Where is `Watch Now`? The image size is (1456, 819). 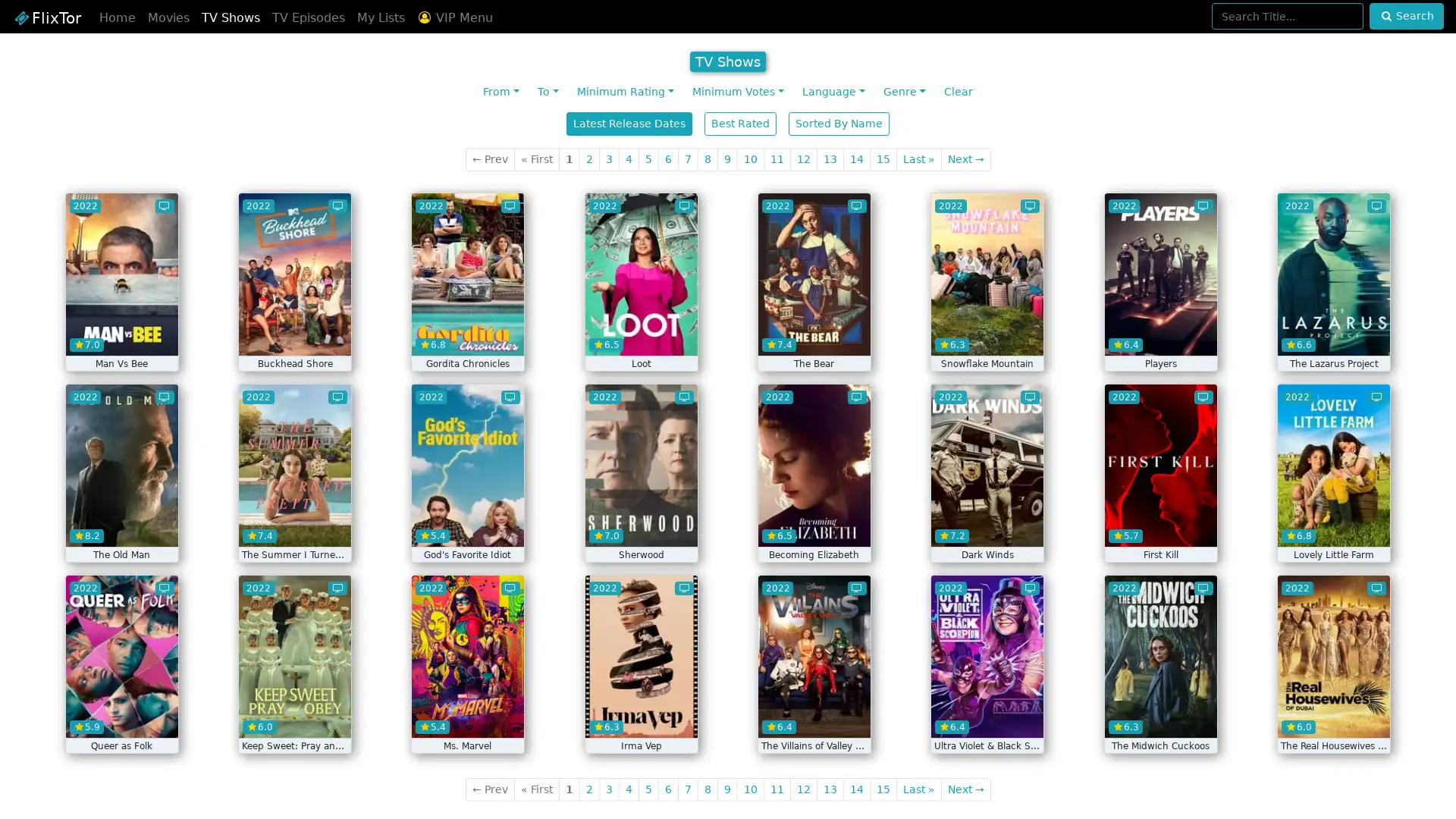
Watch Now is located at coordinates (294, 716).